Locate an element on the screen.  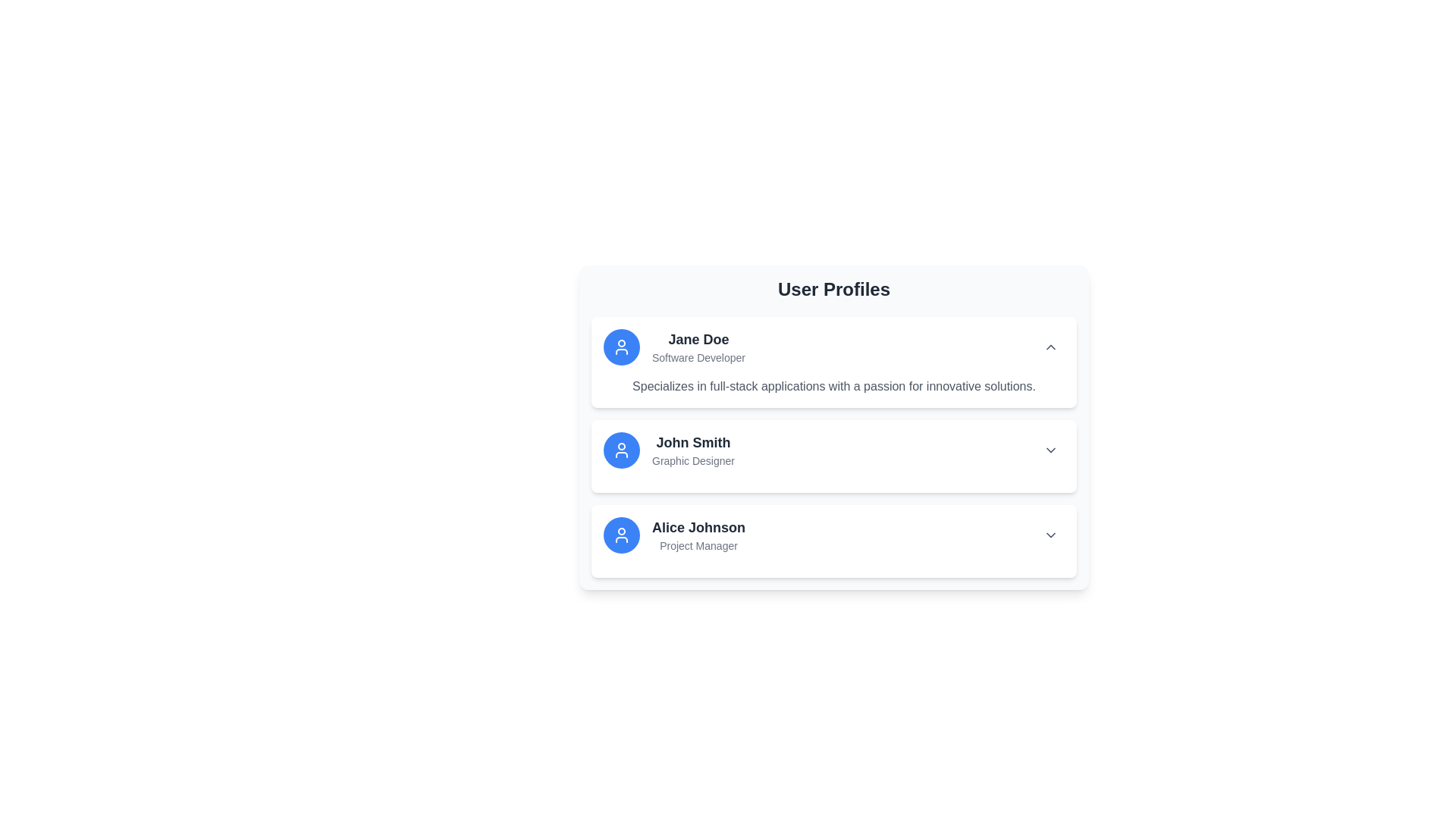
the text block displaying the user's name and job title, located to the right of the user avatar in the first card of the user profile list is located at coordinates (698, 347).